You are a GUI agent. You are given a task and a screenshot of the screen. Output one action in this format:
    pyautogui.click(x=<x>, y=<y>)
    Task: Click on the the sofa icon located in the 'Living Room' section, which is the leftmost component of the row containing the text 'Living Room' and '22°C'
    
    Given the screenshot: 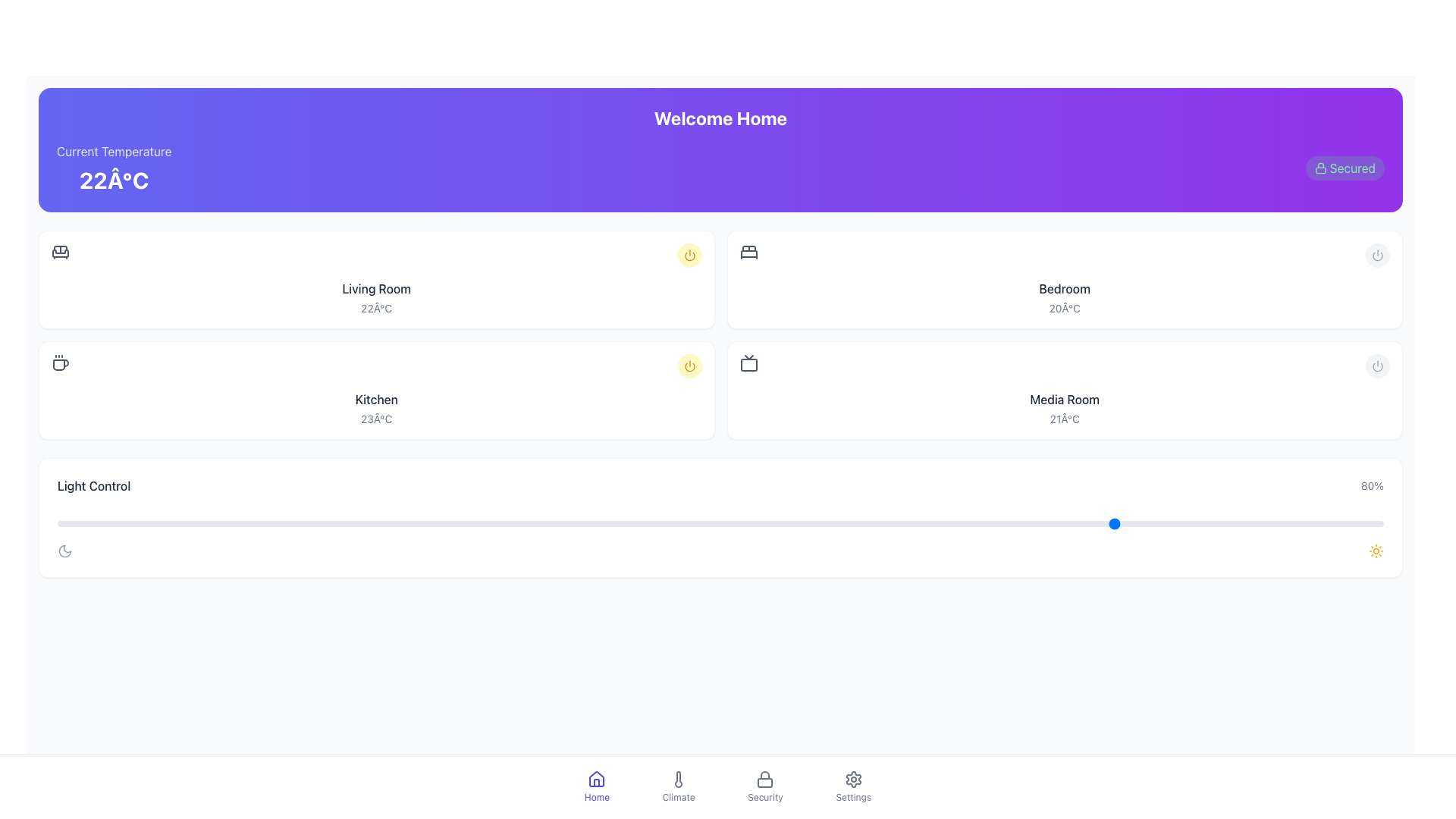 What is the action you would take?
    pyautogui.click(x=61, y=253)
    